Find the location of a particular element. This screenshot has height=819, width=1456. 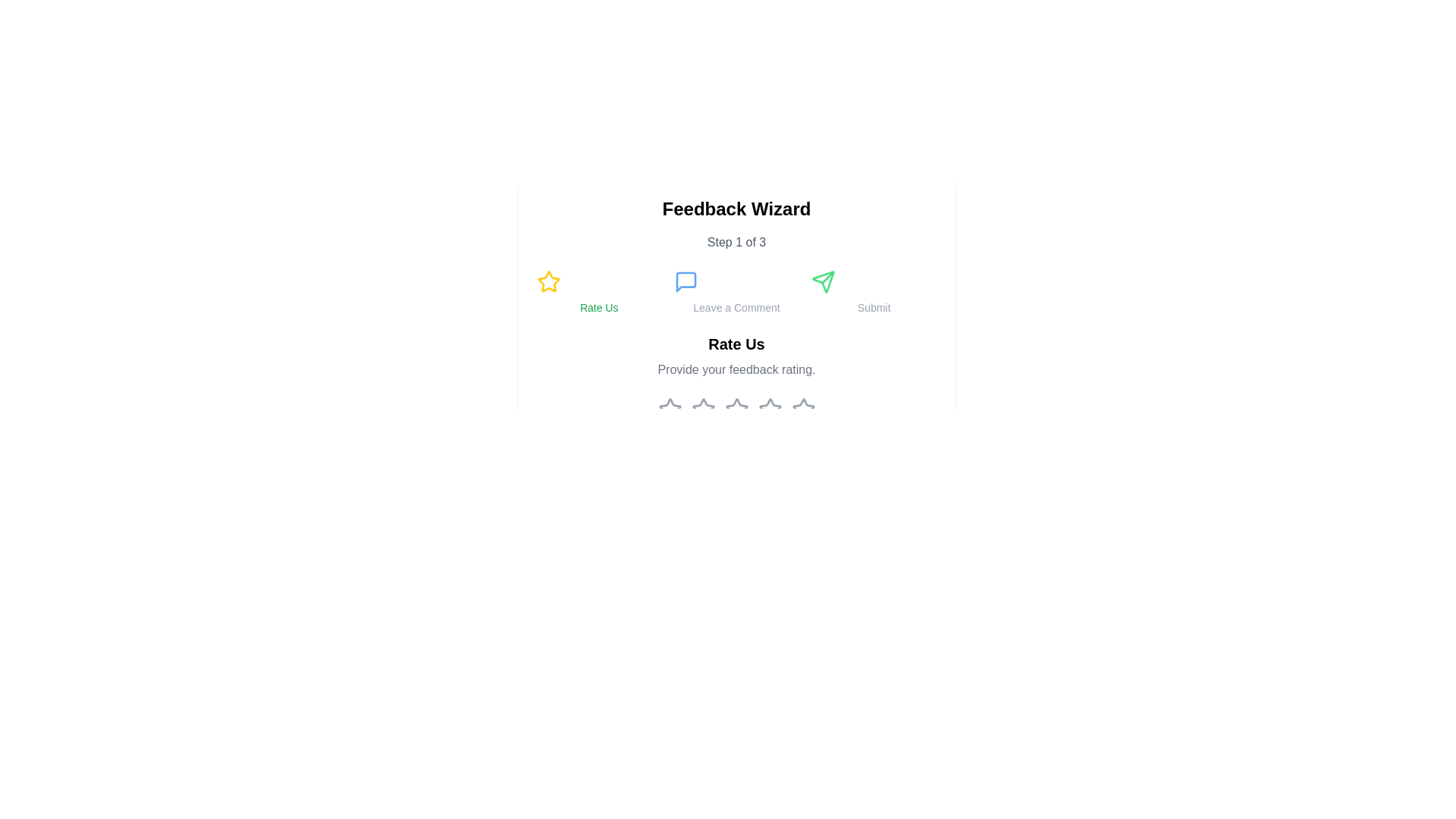

the third rating star in the feedback wizard interface to enable interactivity is located at coordinates (736, 409).